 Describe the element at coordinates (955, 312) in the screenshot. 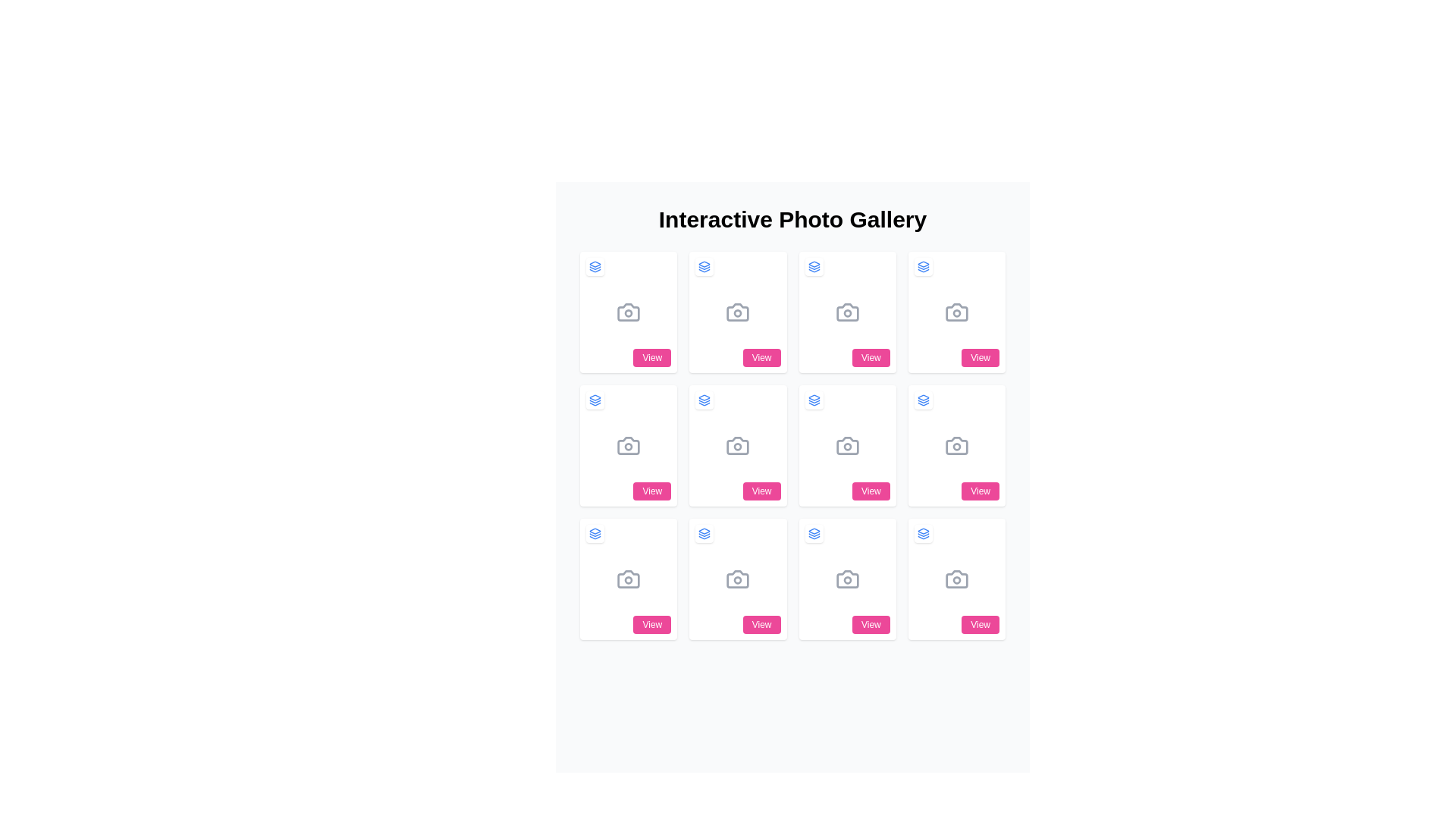

I see `the camera SVG icon located in the fourth column of the first row, which serves as an upload or image selection placeholder` at that location.